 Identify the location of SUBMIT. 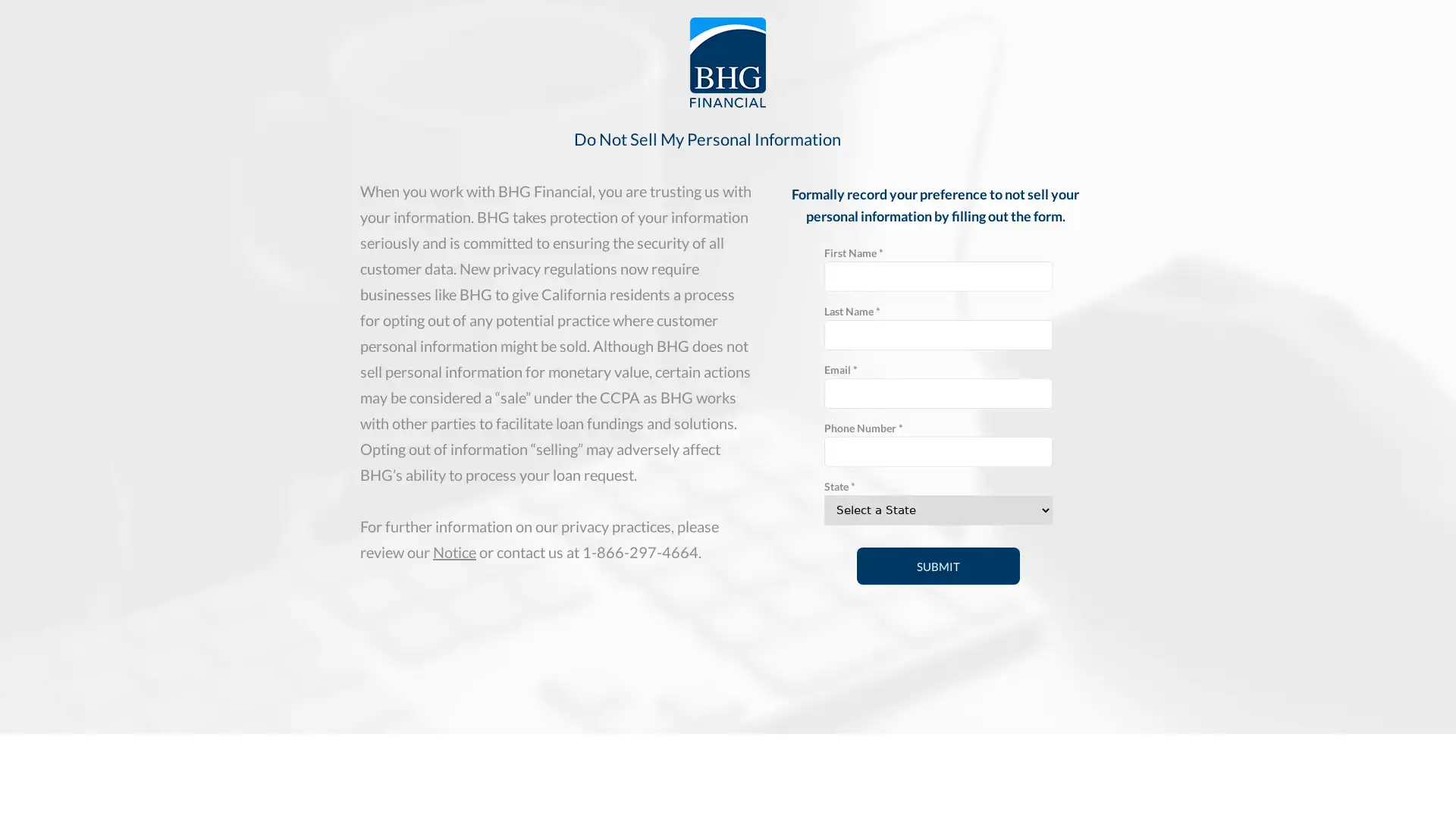
(937, 566).